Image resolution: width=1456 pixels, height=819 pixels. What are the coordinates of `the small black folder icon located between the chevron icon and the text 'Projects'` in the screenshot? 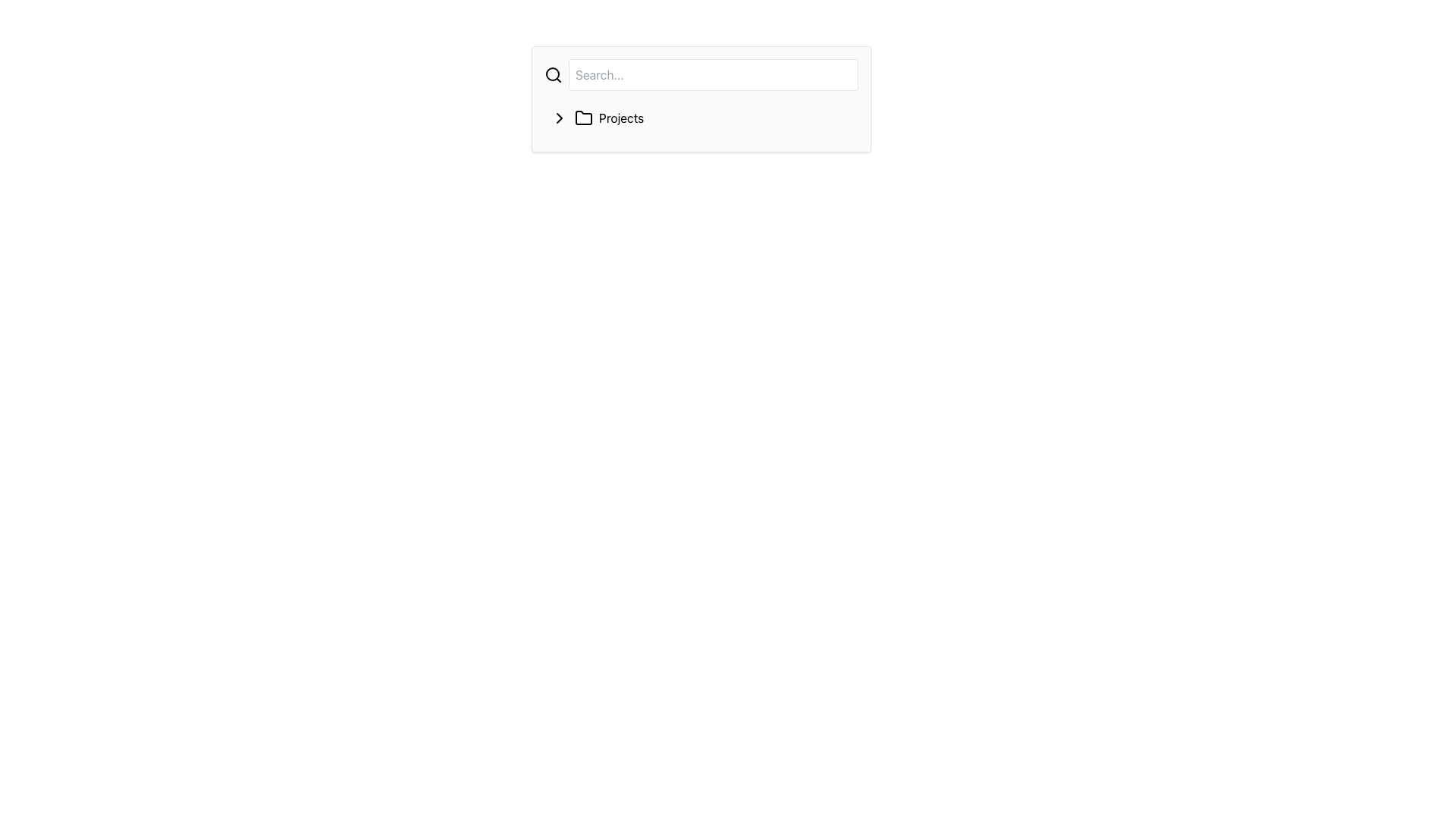 It's located at (582, 117).